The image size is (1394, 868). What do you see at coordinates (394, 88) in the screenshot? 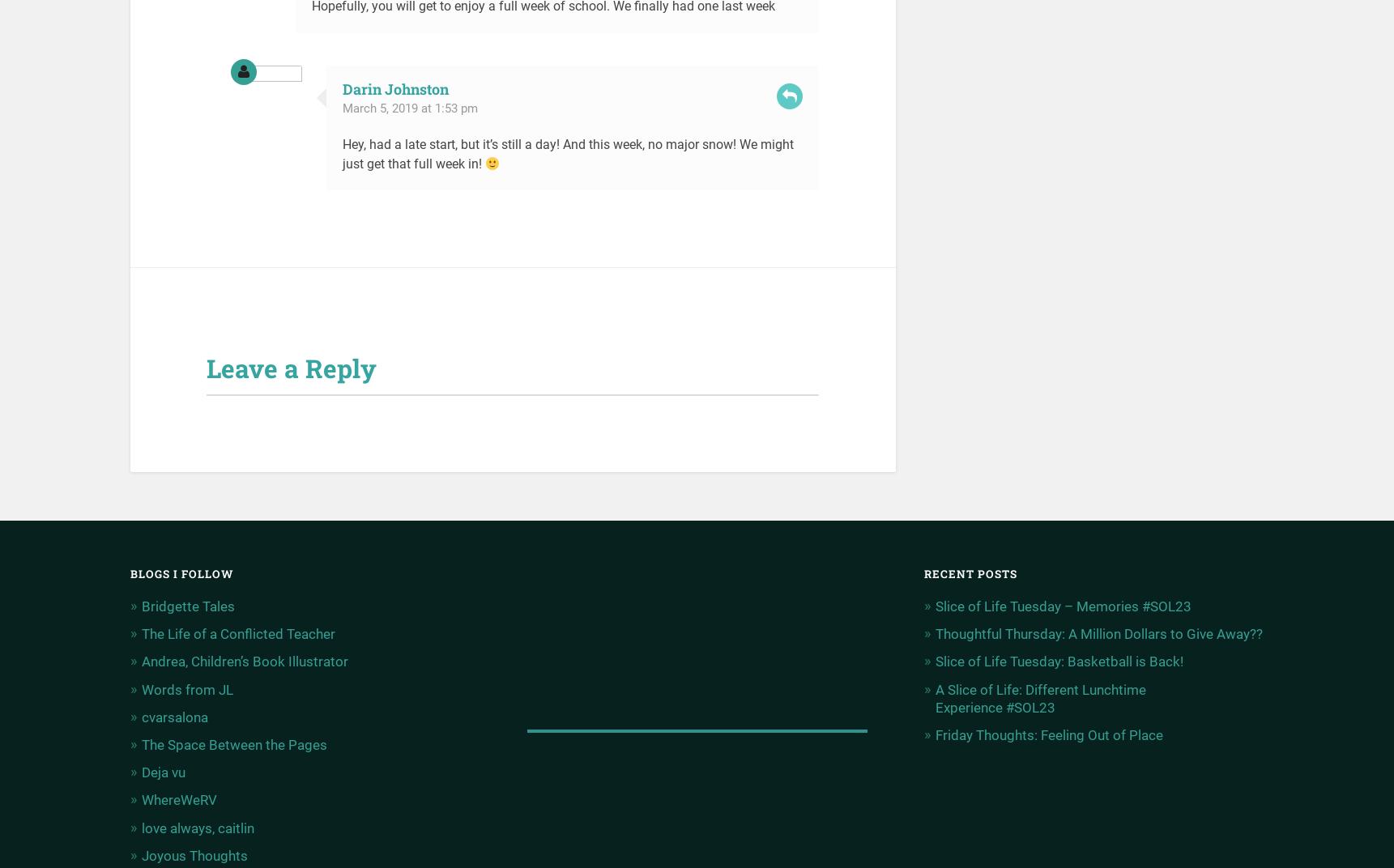
I see `'Darin Johnston'` at bounding box center [394, 88].